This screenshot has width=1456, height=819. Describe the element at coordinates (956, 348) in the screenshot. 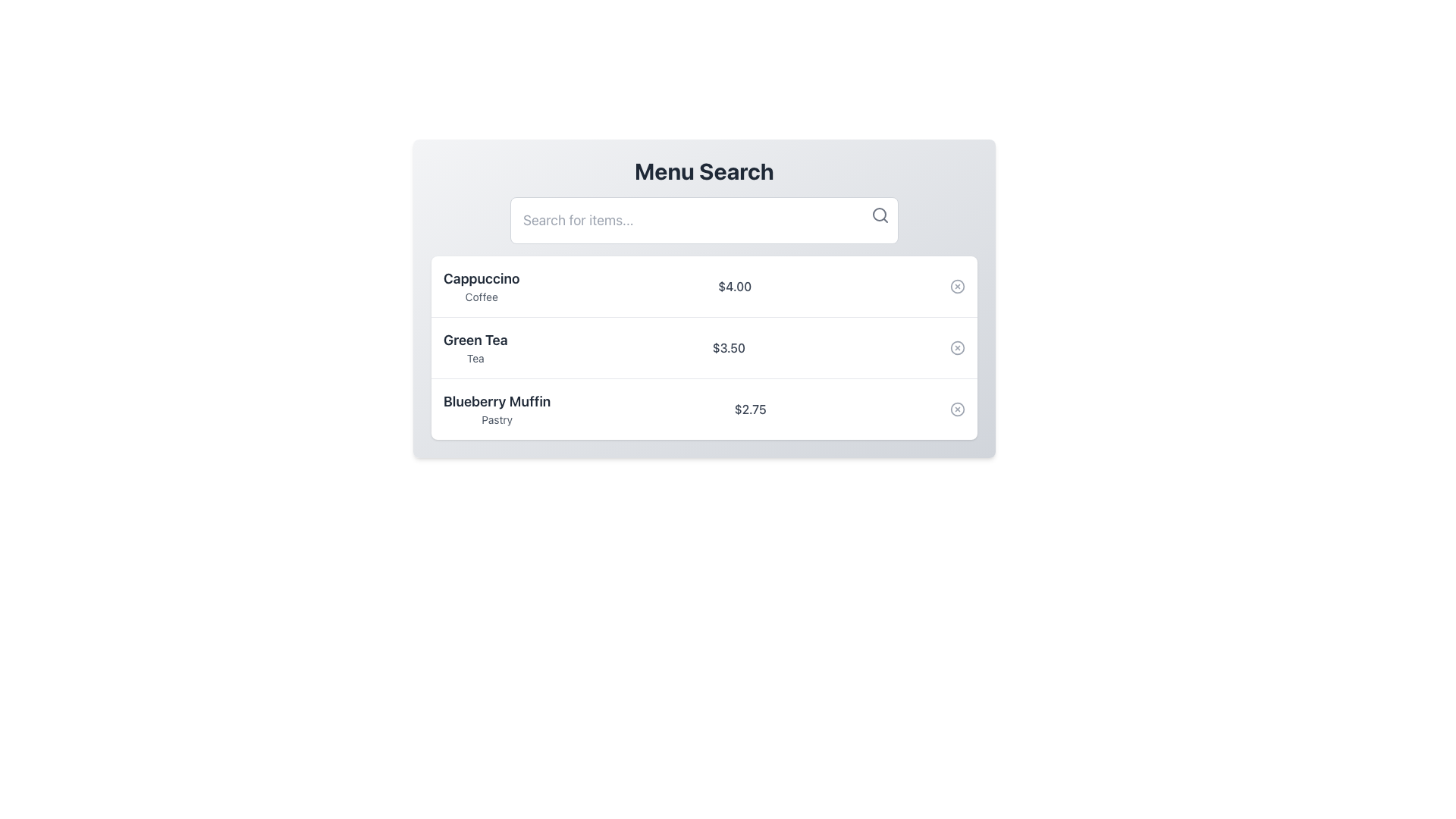

I see `the circular SVG icon located in the middle right of the list item for 'Green Tea', adjacent to its price of $3.50, inside the delete button` at that location.